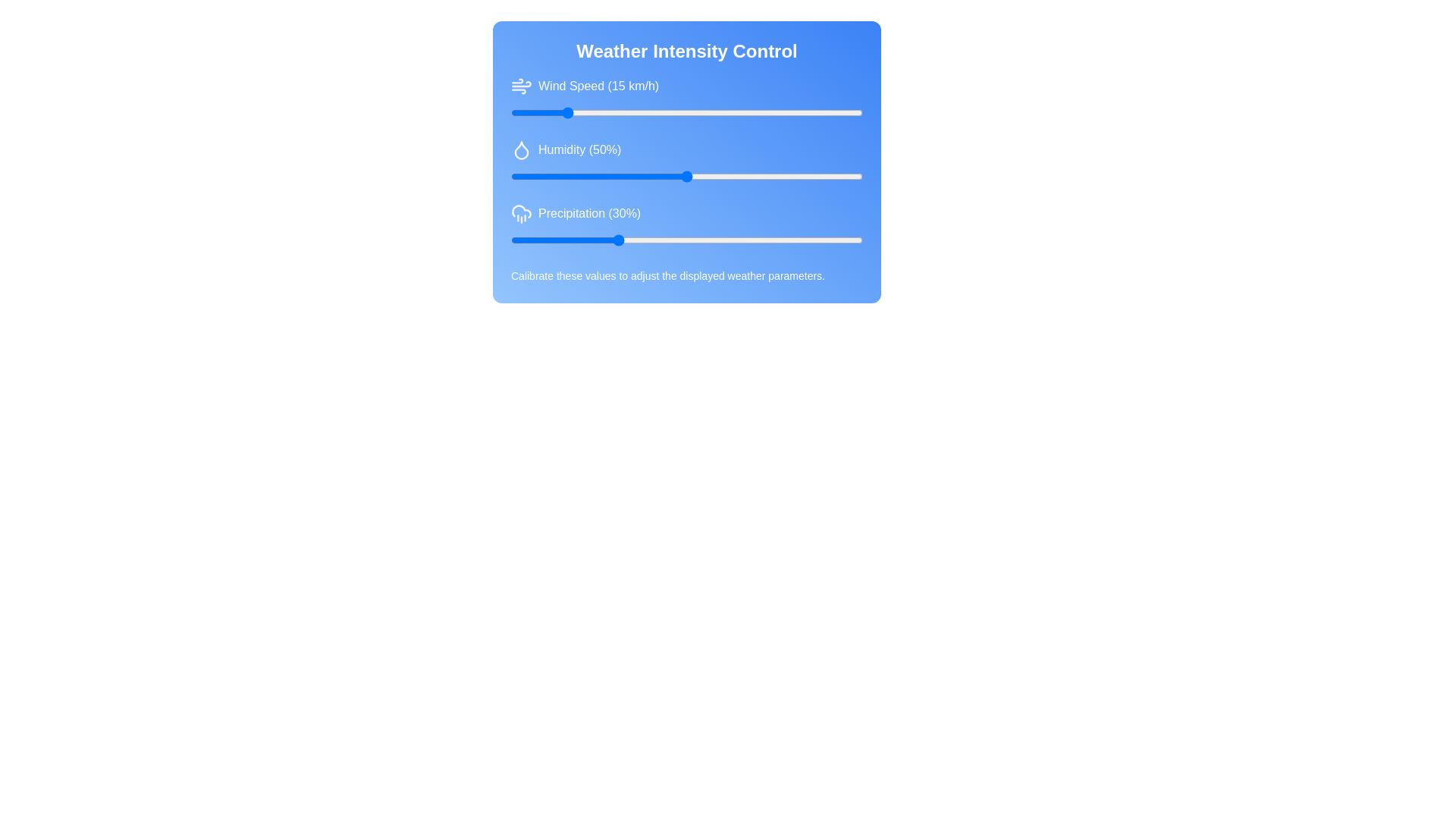 The width and height of the screenshot is (1456, 819). I want to click on the 'Humidity' icon located to the left of the text 'Humidity (50%)' in the weather control interface, so click(521, 149).